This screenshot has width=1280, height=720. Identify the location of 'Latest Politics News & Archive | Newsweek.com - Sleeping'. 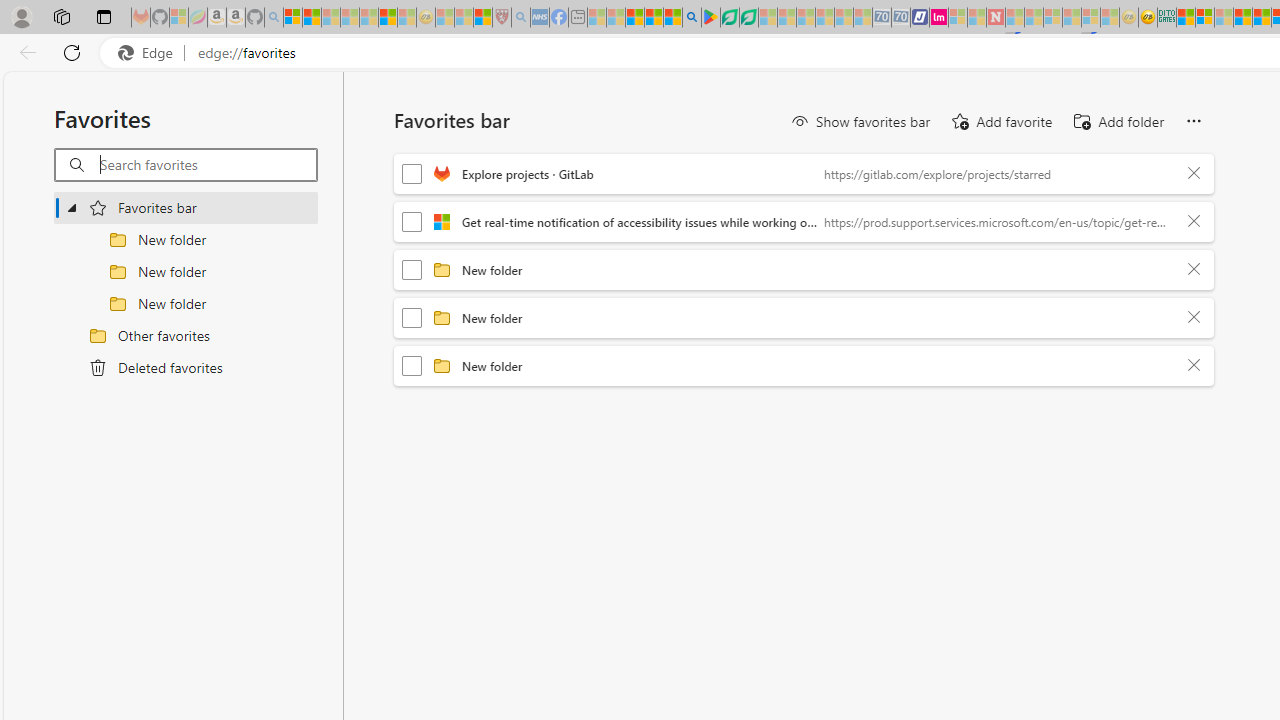
(995, 17).